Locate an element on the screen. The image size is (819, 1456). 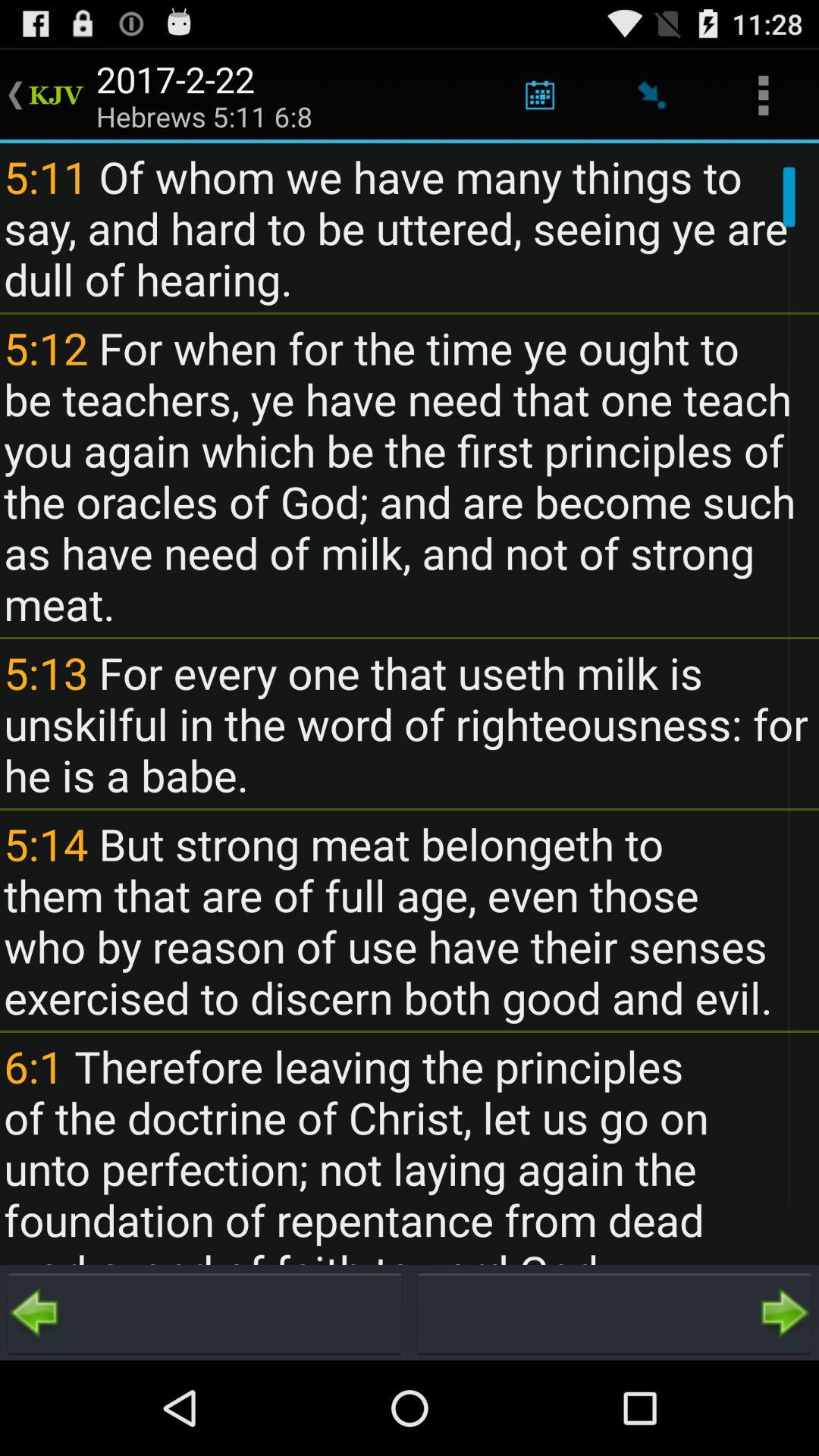
previous is located at coordinates (205, 1312).